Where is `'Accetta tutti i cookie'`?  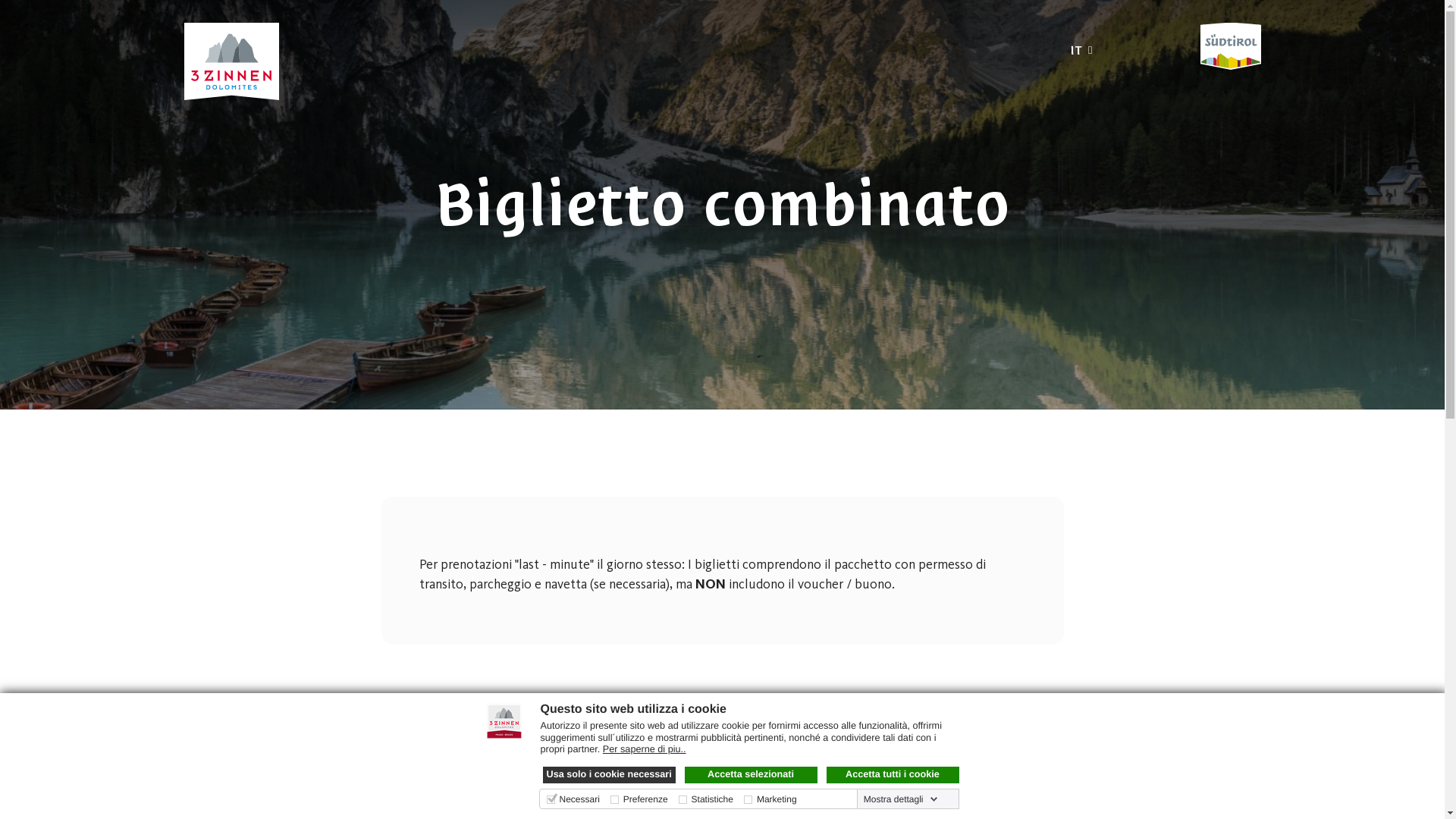 'Accetta tutti i cookie' is located at coordinates (825, 775).